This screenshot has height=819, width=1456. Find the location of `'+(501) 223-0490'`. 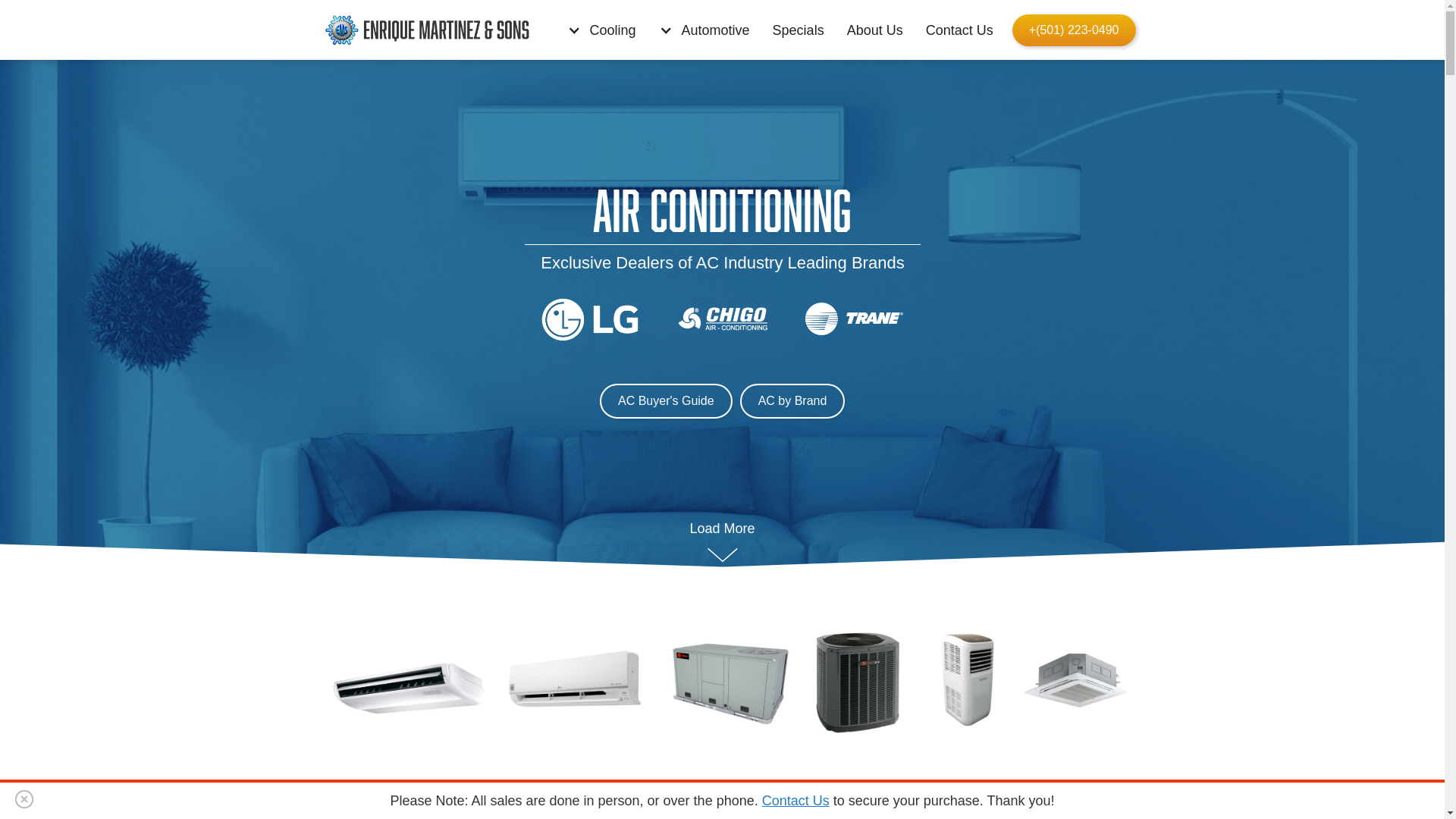

'+(501) 223-0490' is located at coordinates (1073, 30).